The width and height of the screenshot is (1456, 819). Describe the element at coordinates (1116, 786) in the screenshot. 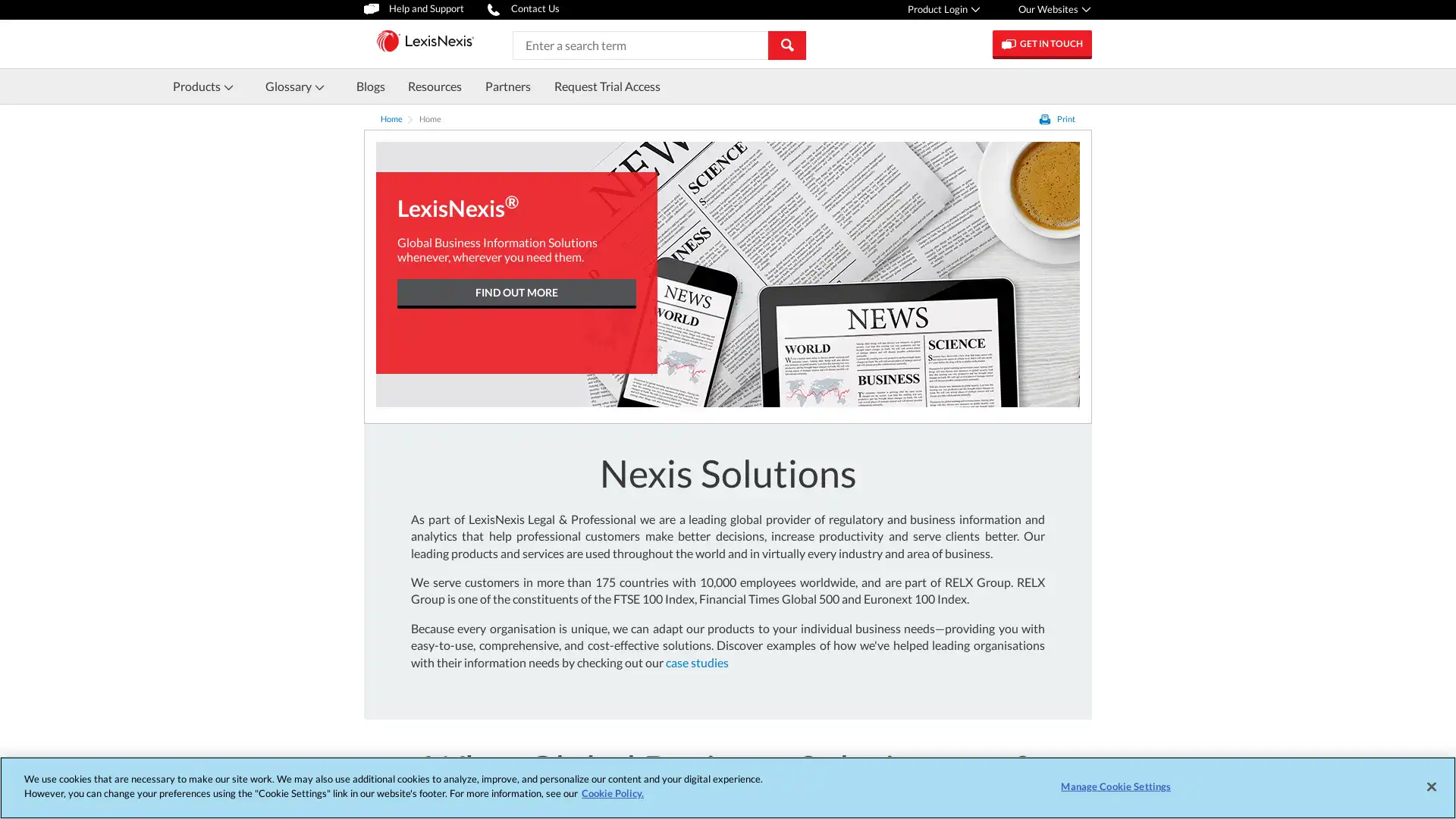

I see `Manage Cookie Settings` at that location.